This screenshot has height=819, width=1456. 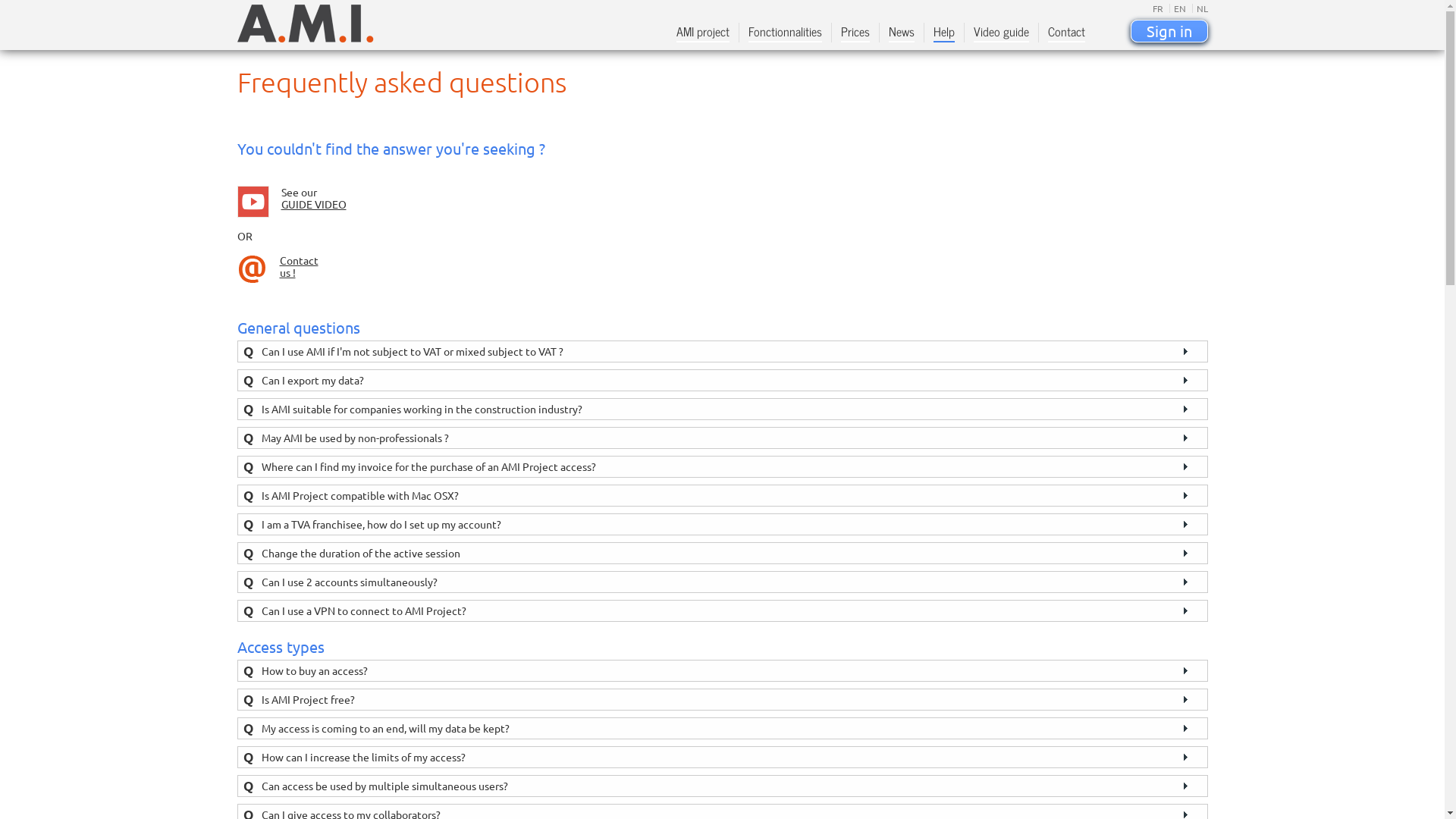 I want to click on 'Help', so click(x=942, y=33).